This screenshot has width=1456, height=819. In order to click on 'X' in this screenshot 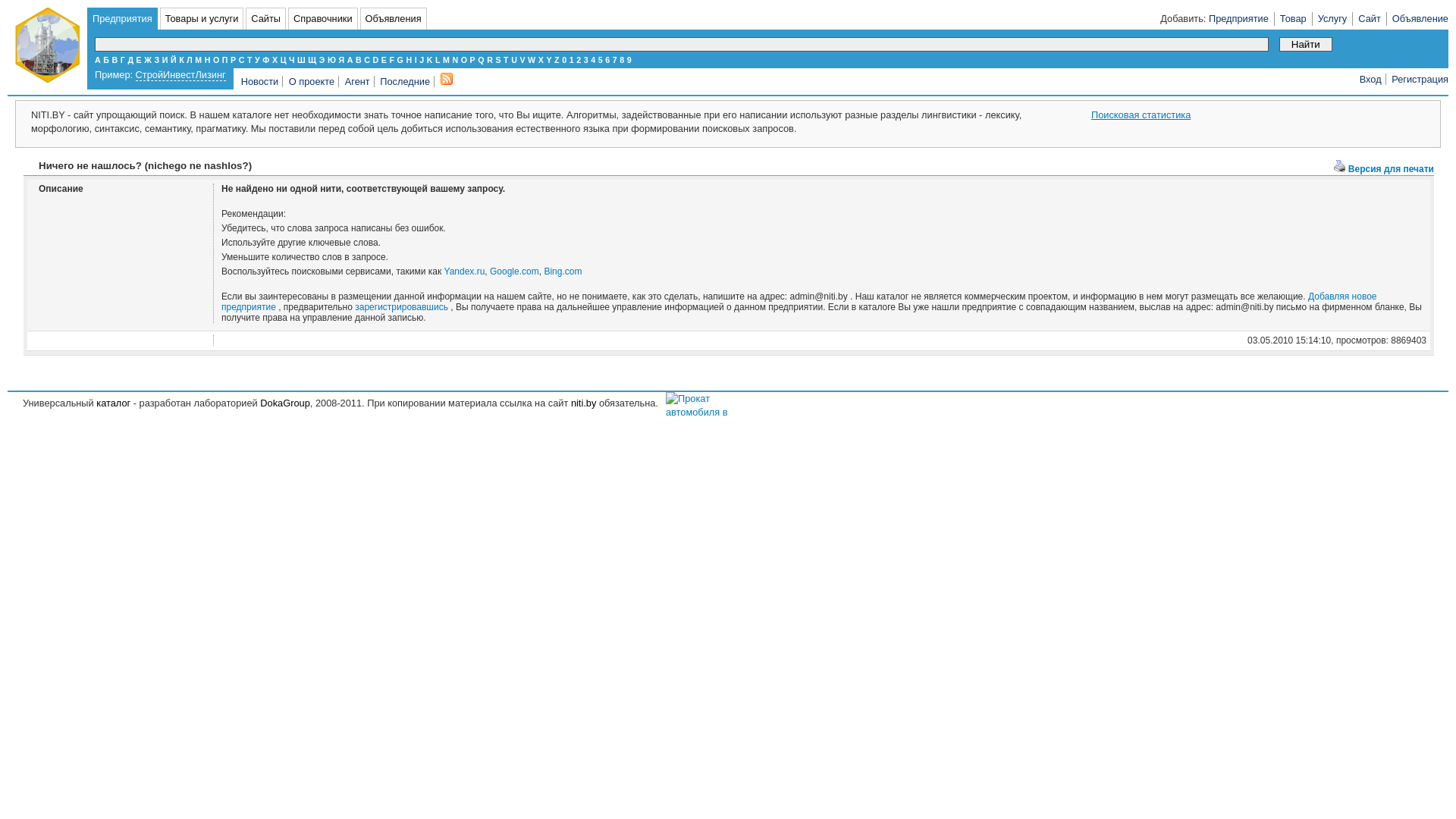, I will do `click(541, 58)`.